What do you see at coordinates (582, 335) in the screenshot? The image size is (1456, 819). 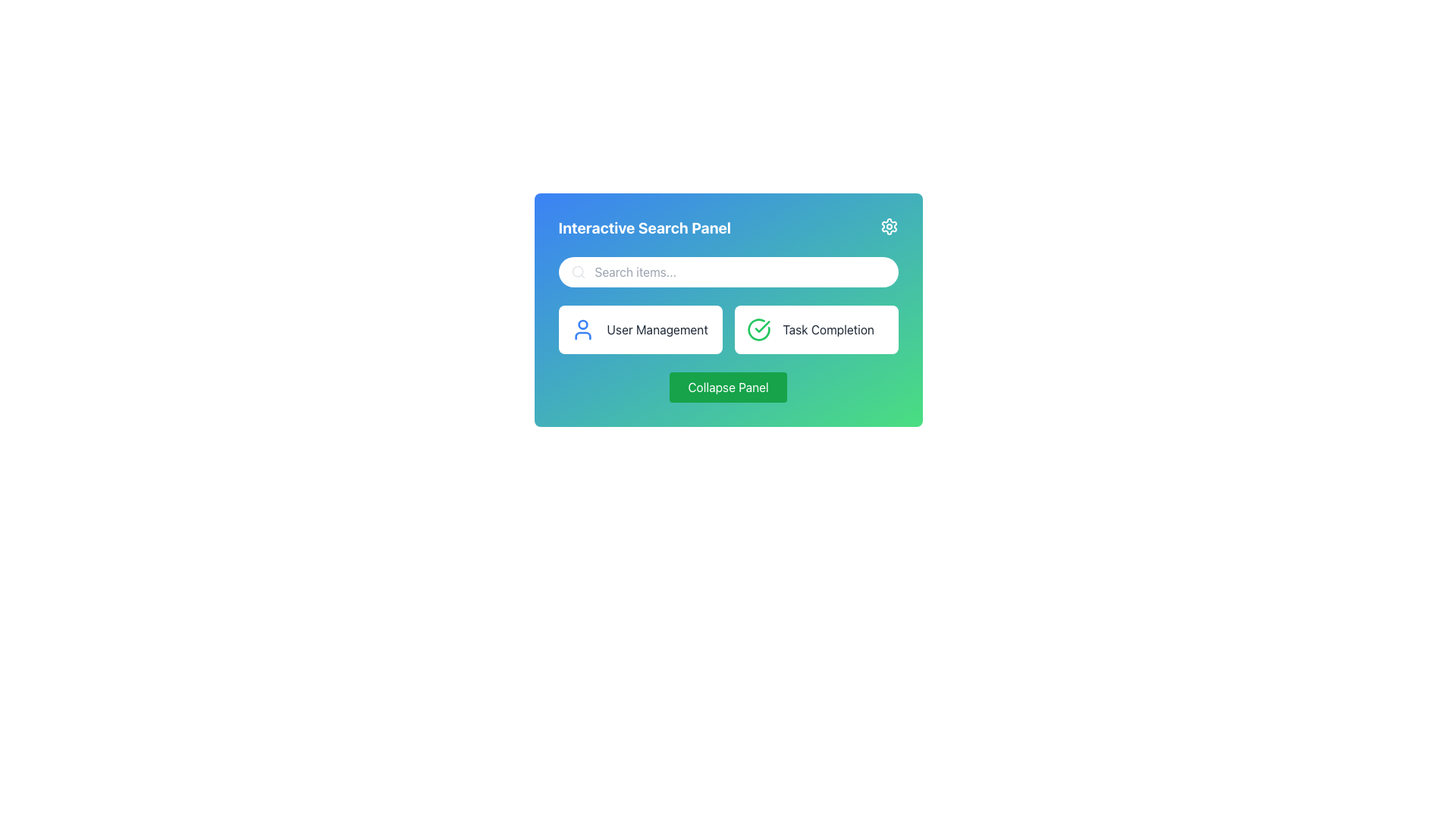 I see `the user profile icon, which is a blue outlined vector graphic located within the 'User Management' card, positioned towards the top-middle region of the card` at bounding box center [582, 335].